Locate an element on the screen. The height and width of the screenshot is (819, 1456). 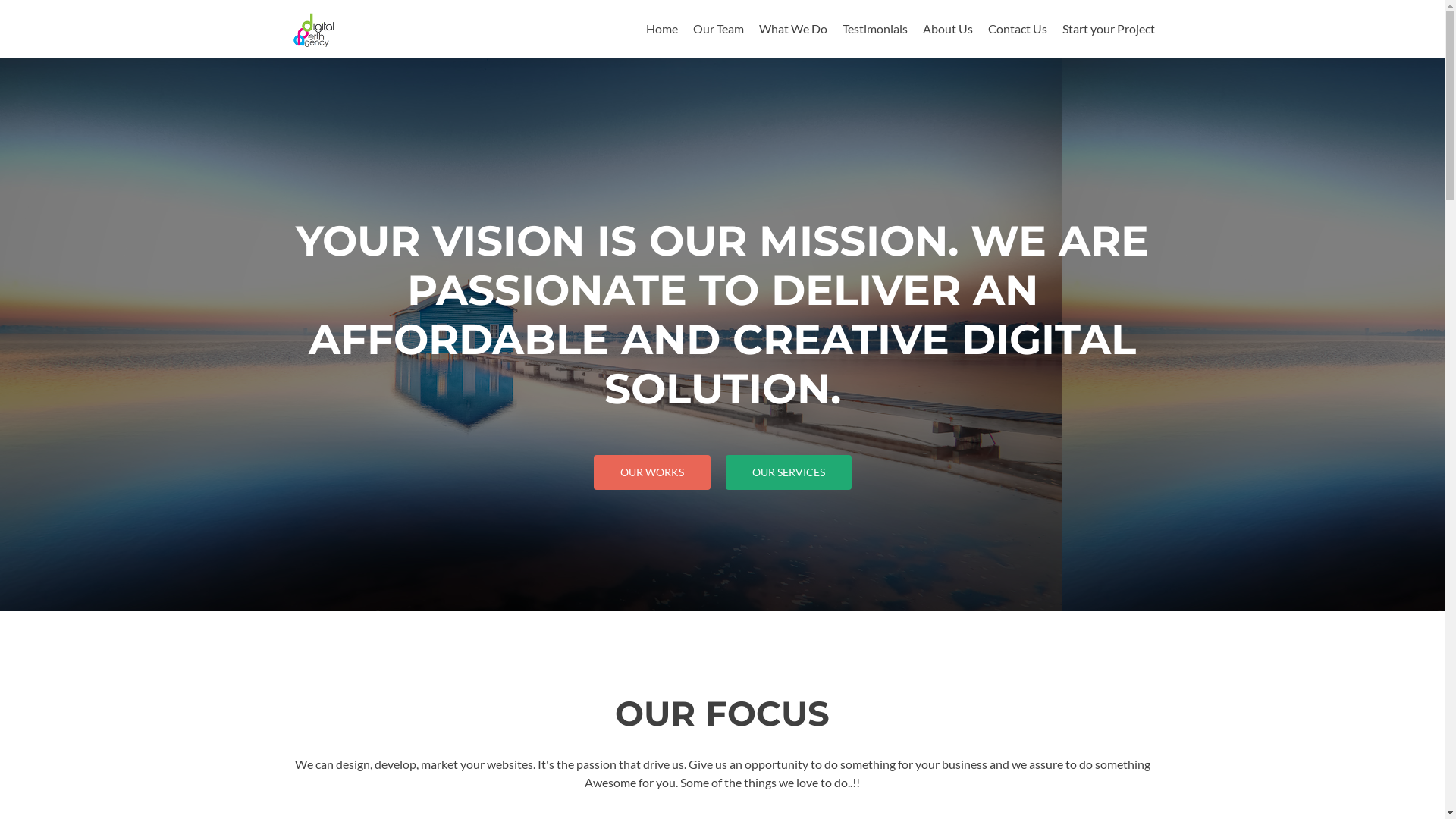
'Testimonials' is located at coordinates (840, 28).